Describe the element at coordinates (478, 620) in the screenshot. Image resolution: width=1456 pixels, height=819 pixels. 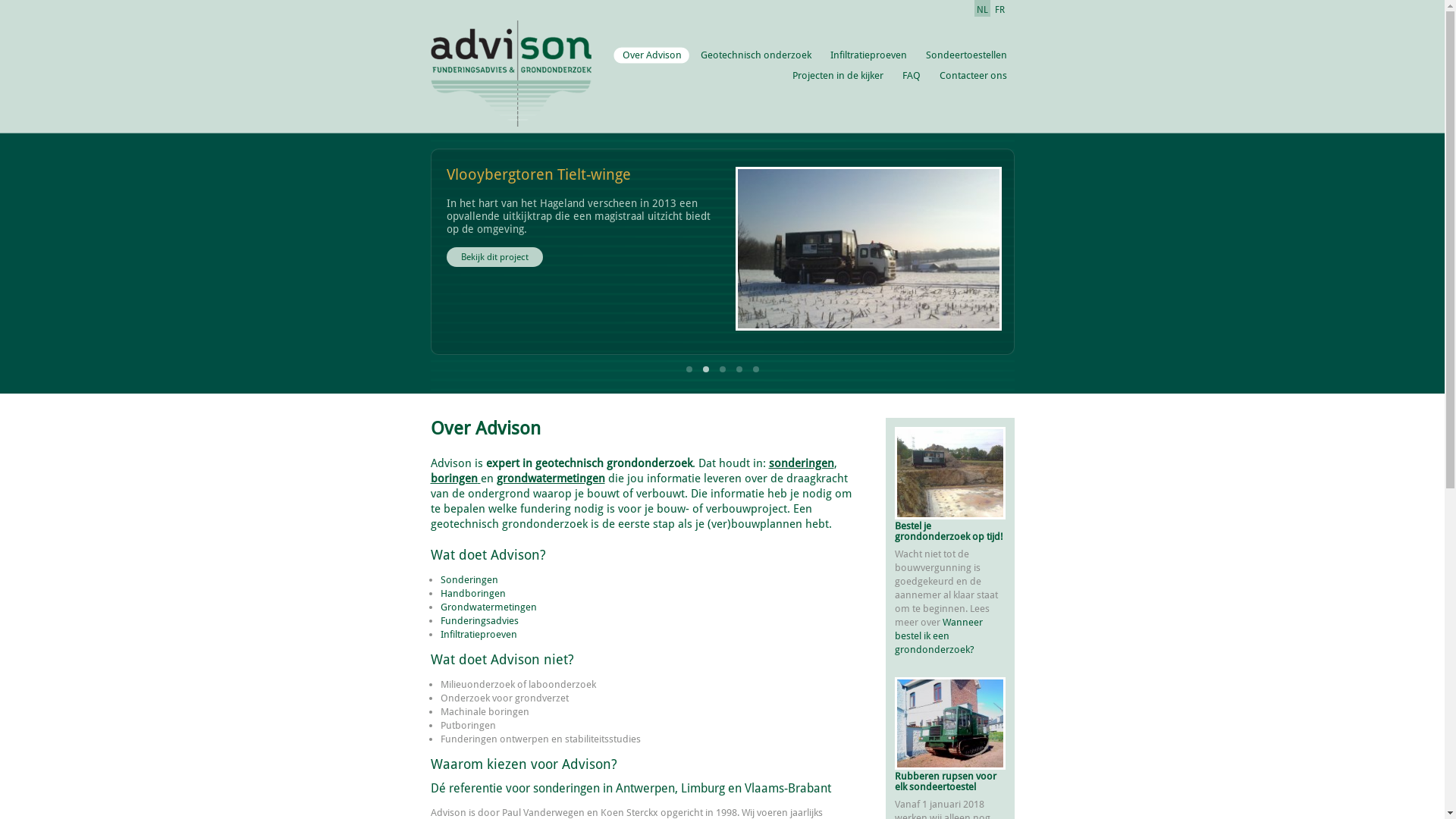
I see `'Funderingsadvies'` at that location.